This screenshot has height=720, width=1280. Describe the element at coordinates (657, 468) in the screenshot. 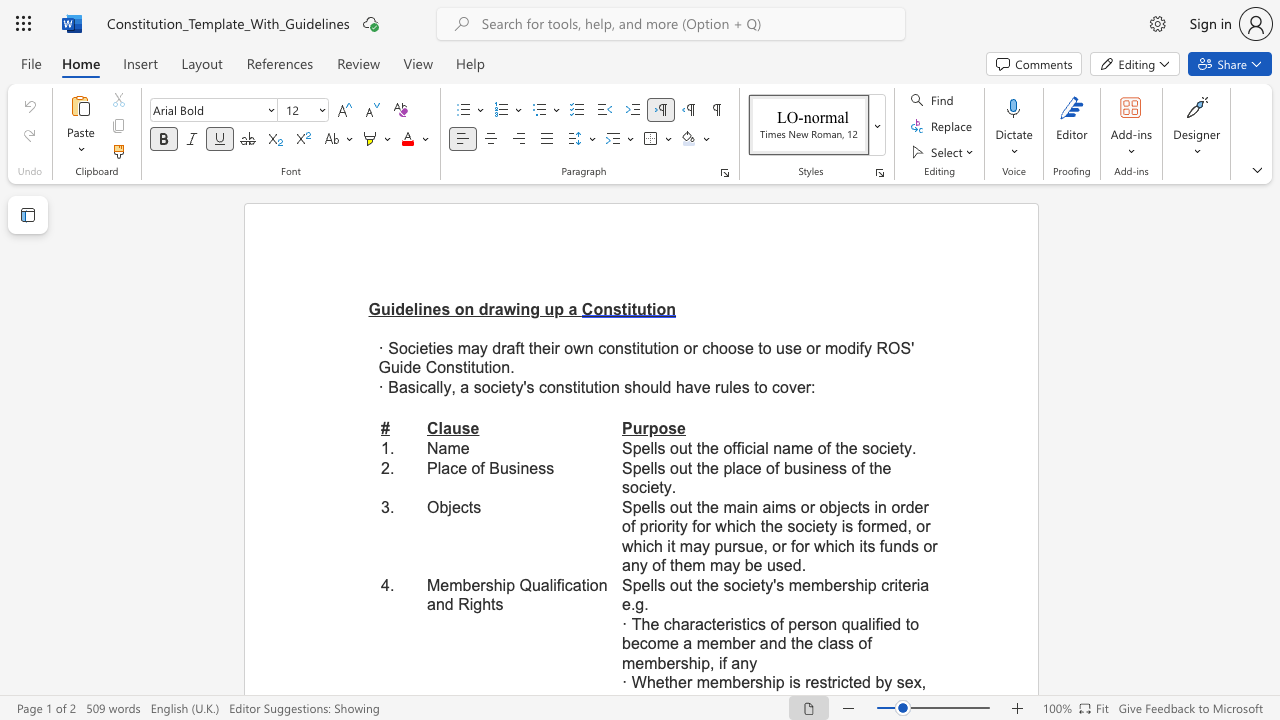

I see `the subset text "s out the place of business of" within the text "Spells out the place of business of the society."` at that location.